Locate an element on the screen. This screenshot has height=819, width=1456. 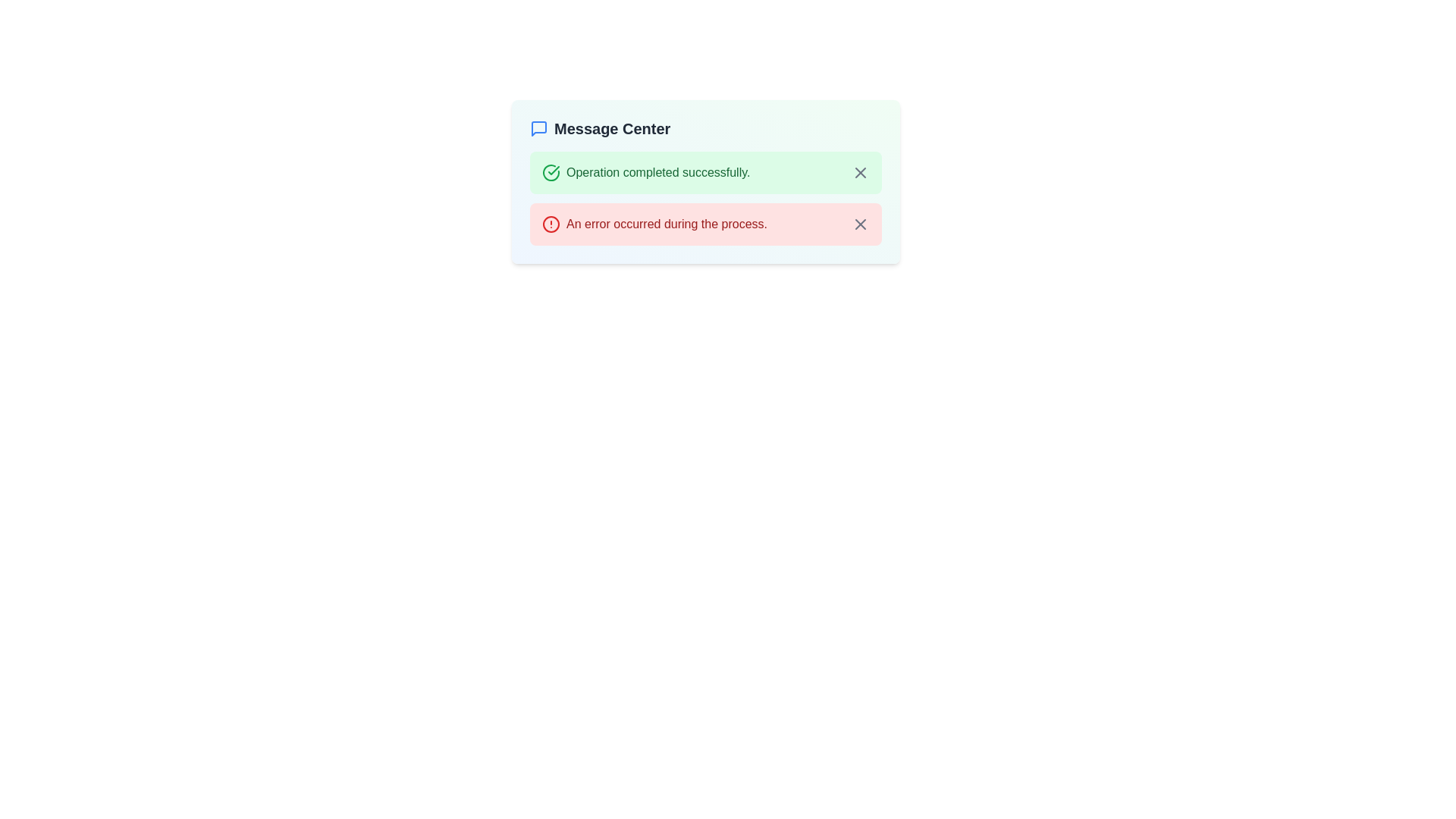
the small dark red 'X' icon of the Close button located on the right side of the error notification is located at coordinates (860, 224).